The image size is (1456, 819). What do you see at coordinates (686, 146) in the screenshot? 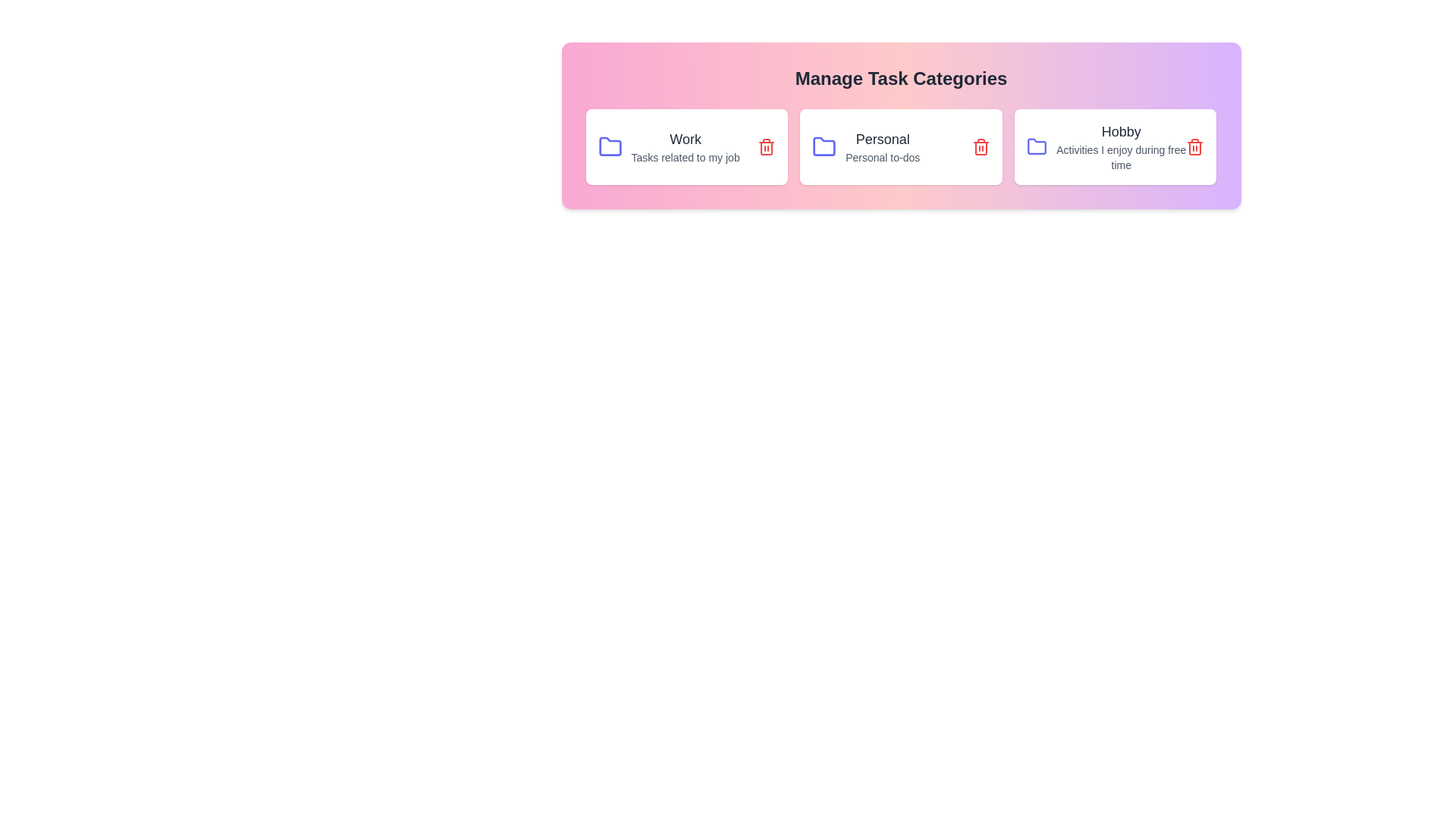
I see `the category card labeled 'Work' to observe hover effects` at bounding box center [686, 146].